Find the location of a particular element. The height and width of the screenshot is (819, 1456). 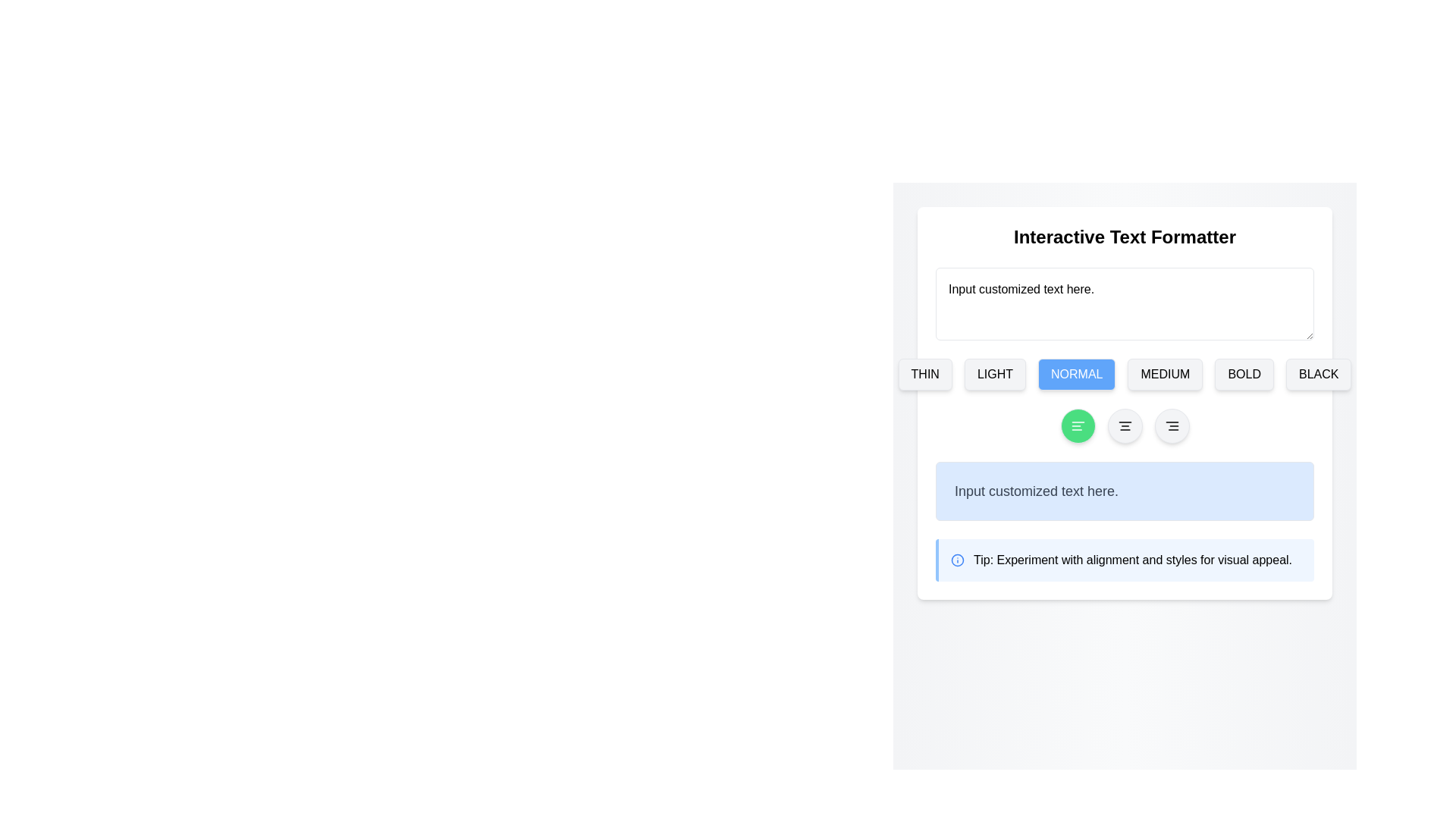

the 'NORMAL' button with a blue background and white text is located at coordinates (1076, 374).